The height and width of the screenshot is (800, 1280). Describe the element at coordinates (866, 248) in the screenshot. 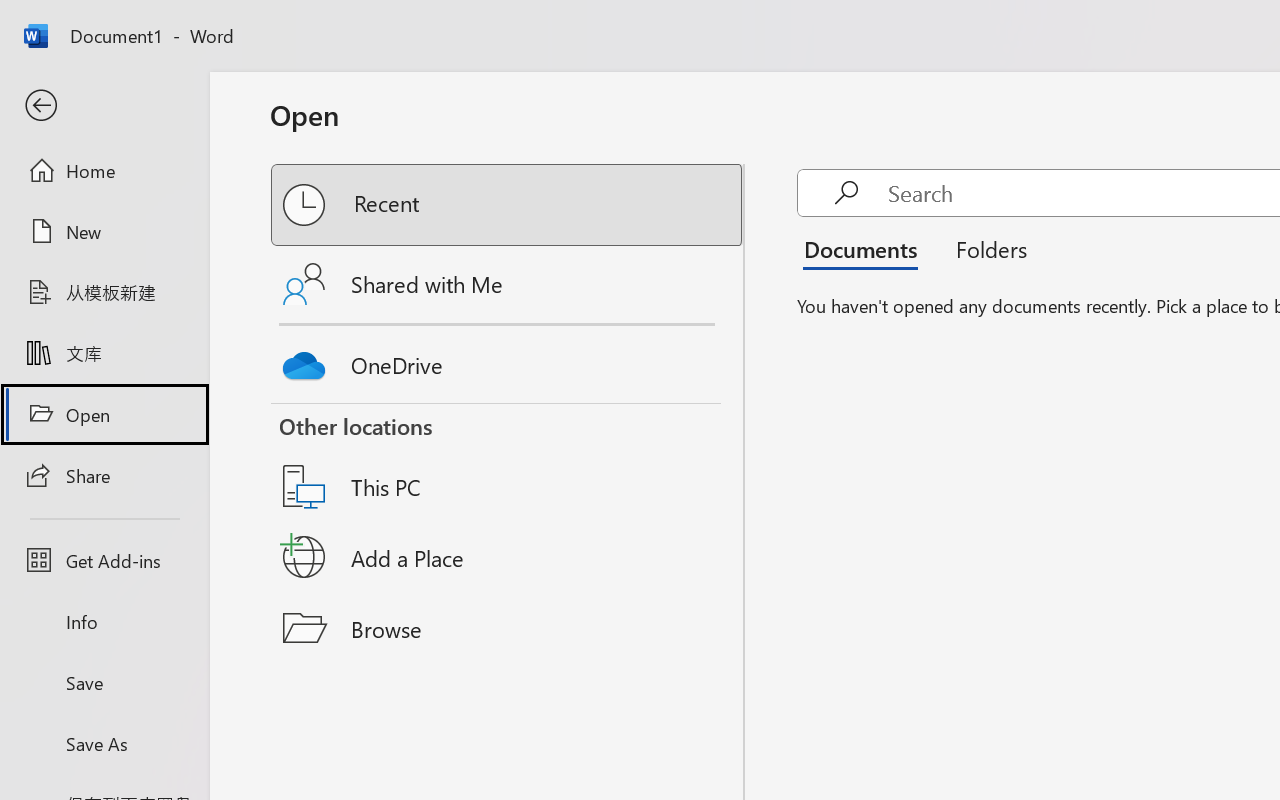

I see `'Documents'` at that location.